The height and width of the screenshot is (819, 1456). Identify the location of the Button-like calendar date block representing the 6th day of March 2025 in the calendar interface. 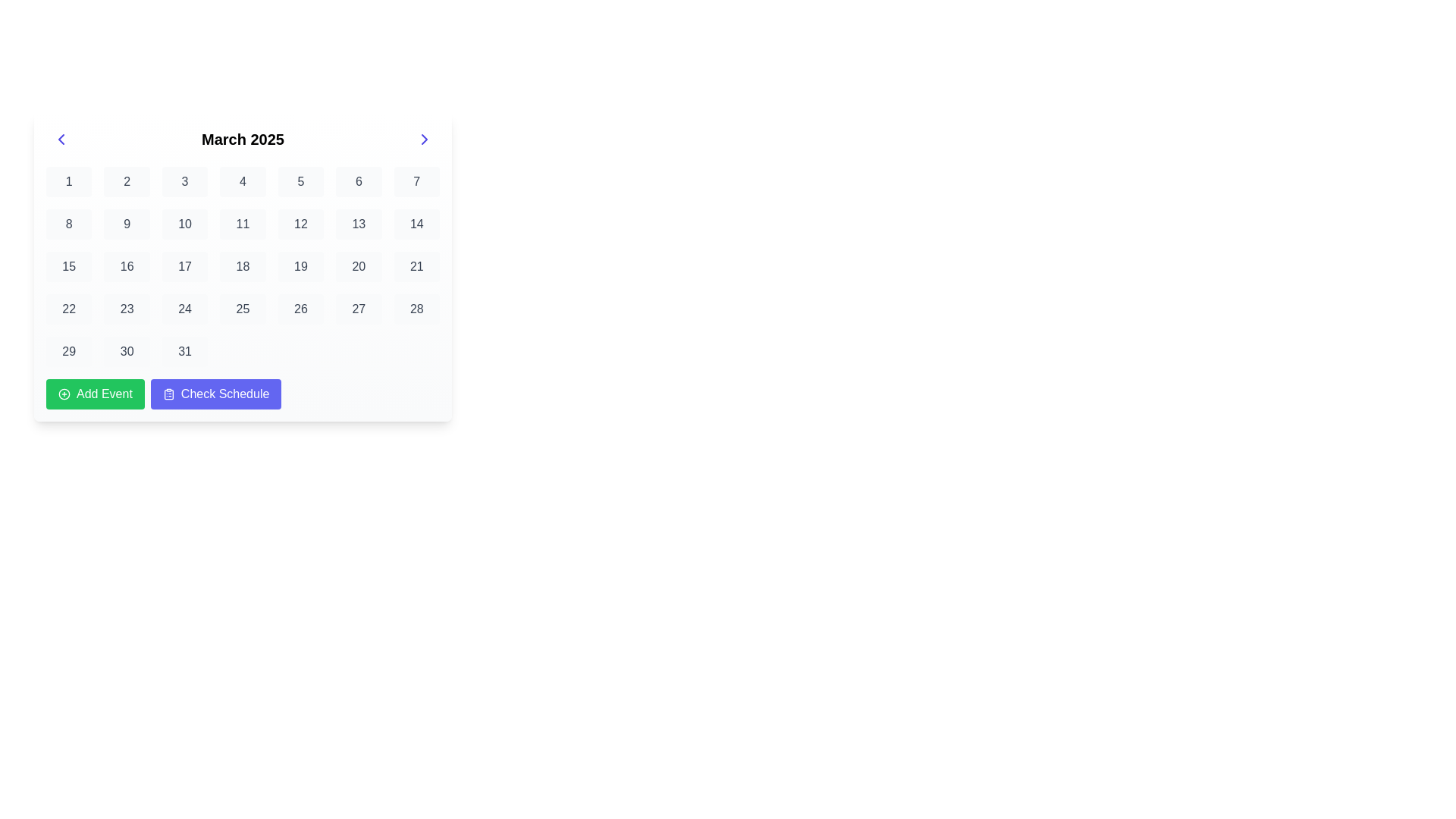
(358, 180).